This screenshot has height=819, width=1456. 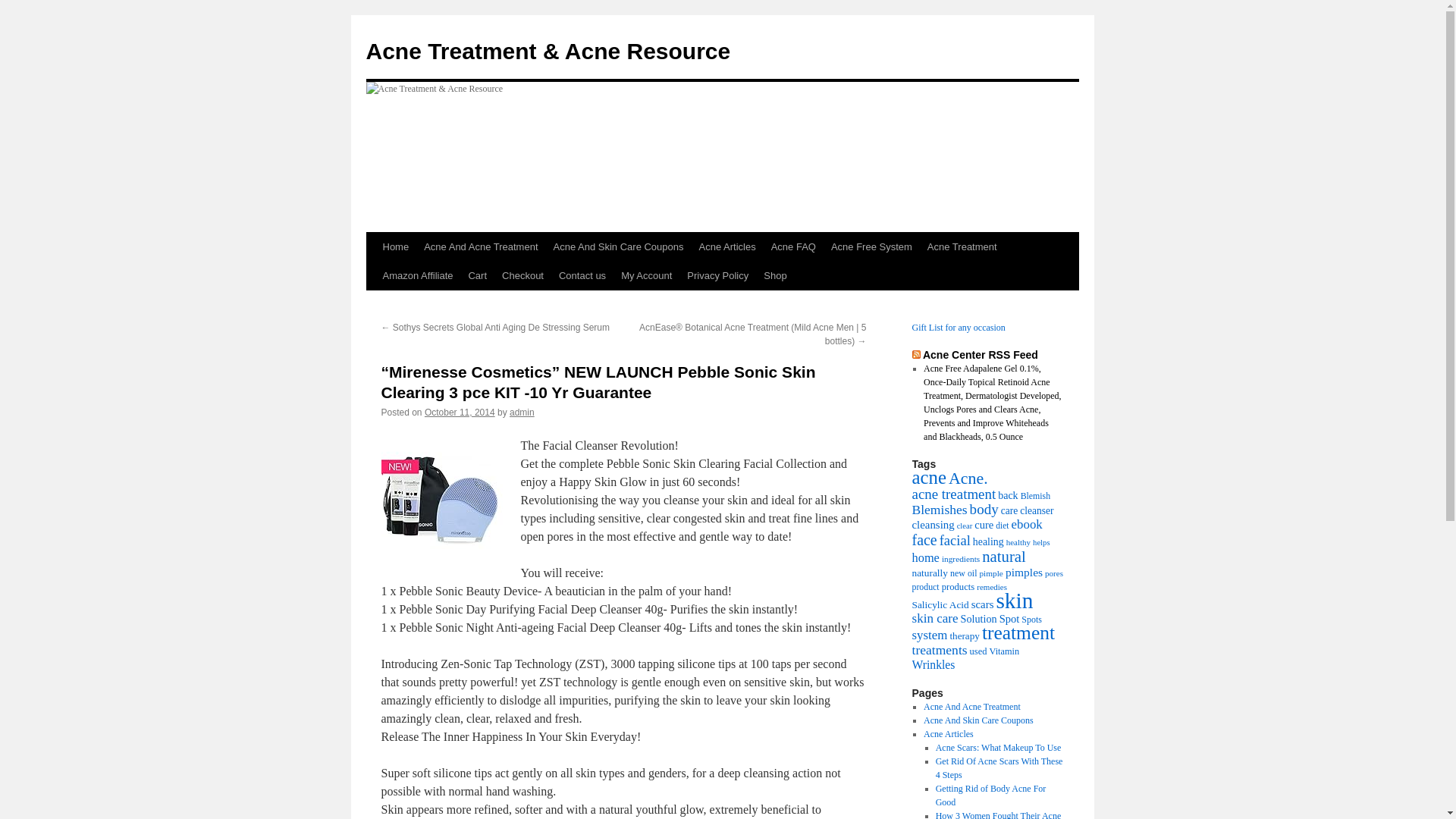 What do you see at coordinates (934, 747) in the screenshot?
I see `'Acne Scars: What Makeup To Use'` at bounding box center [934, 747].